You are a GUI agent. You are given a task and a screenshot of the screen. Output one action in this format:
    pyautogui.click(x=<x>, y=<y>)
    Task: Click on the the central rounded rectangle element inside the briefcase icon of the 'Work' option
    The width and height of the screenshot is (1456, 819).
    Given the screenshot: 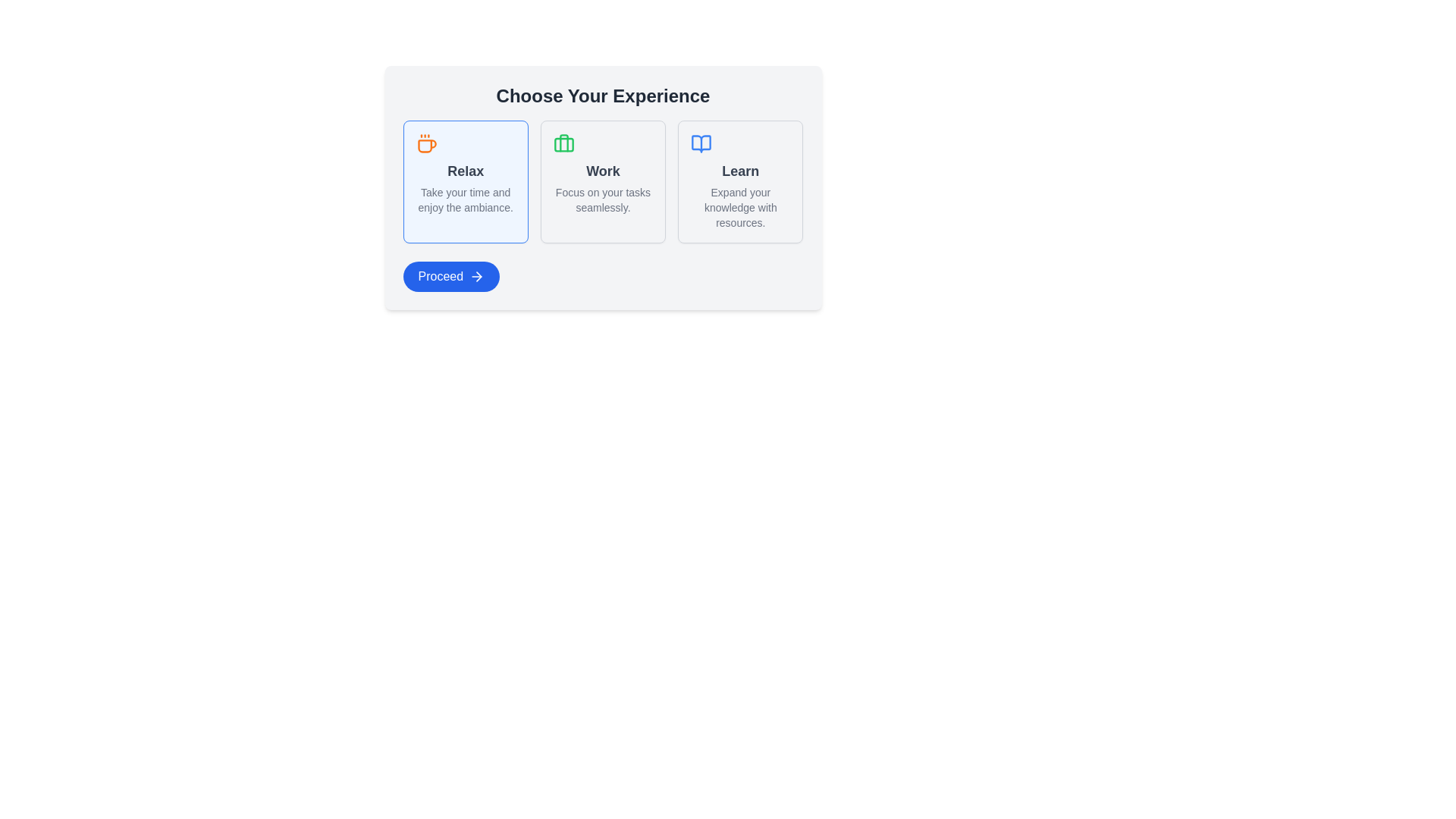 What is the action you would take?
    pyautogui.click(x=563, y=145)
    